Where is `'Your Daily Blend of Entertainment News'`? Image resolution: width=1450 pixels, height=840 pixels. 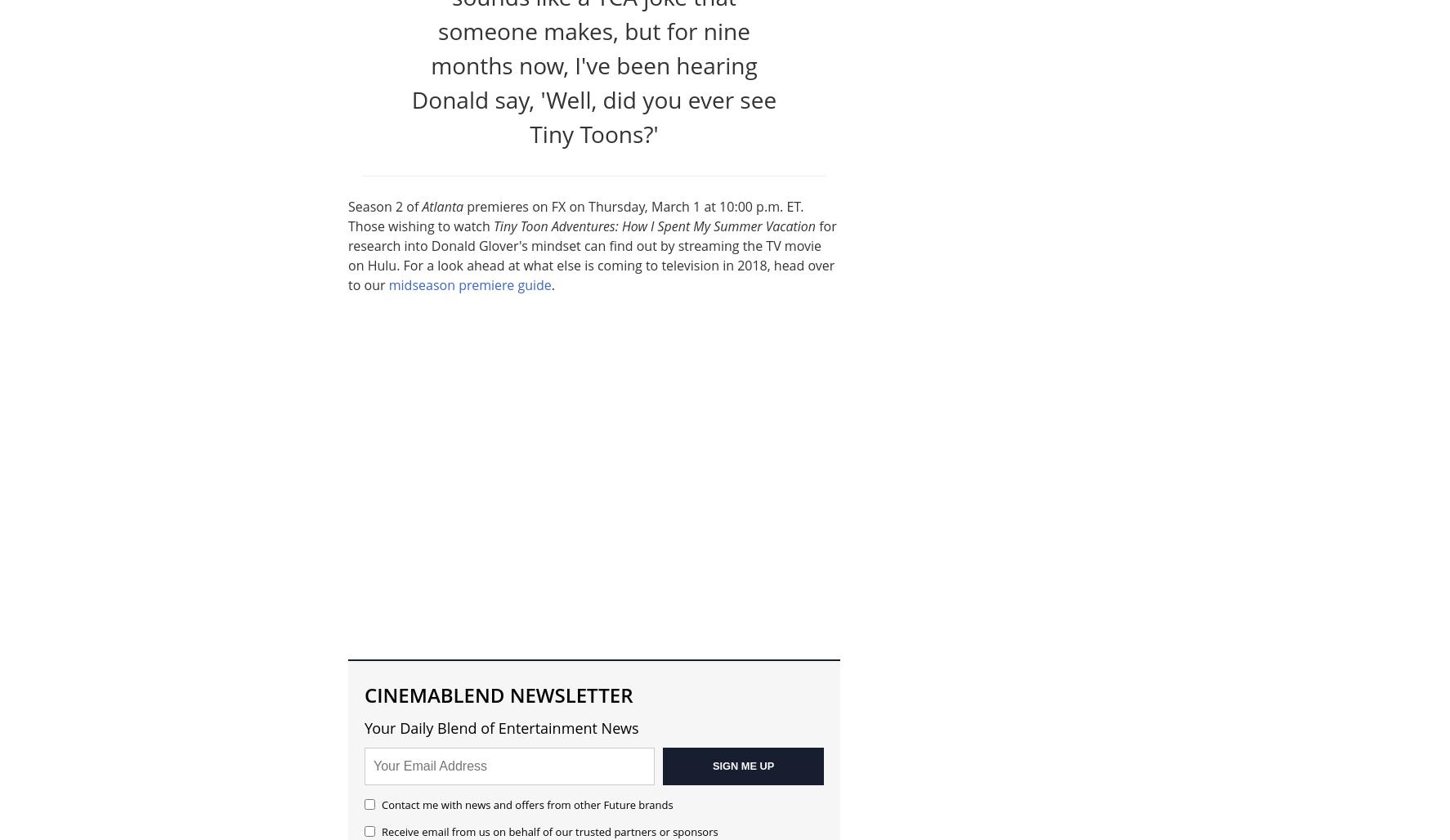
'Your Daily Blend of Entertainment News' is located at coordinates (500, 726).